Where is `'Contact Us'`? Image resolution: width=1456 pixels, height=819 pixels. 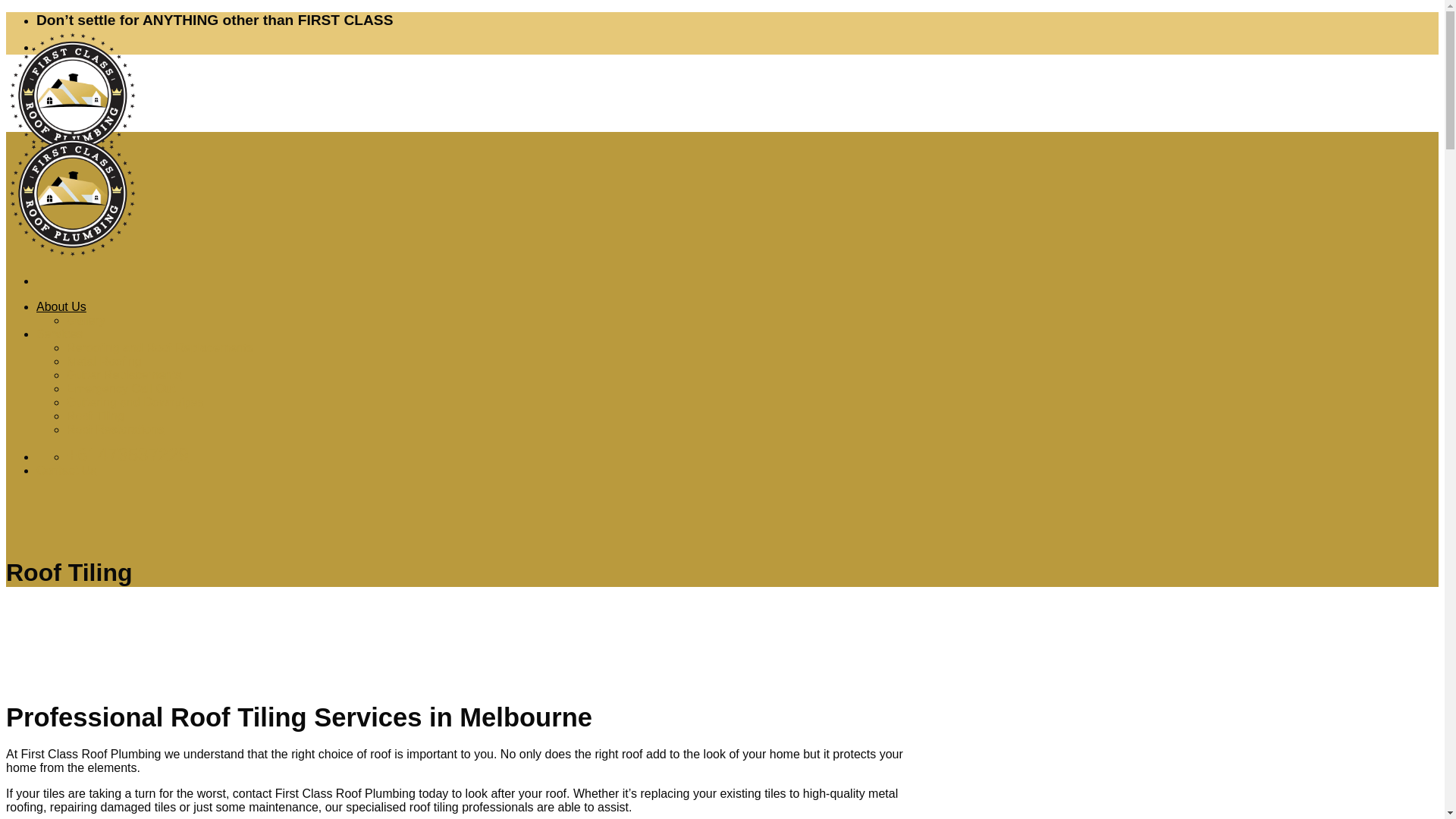 'Contact Us' is located at coordinates (65, 469).